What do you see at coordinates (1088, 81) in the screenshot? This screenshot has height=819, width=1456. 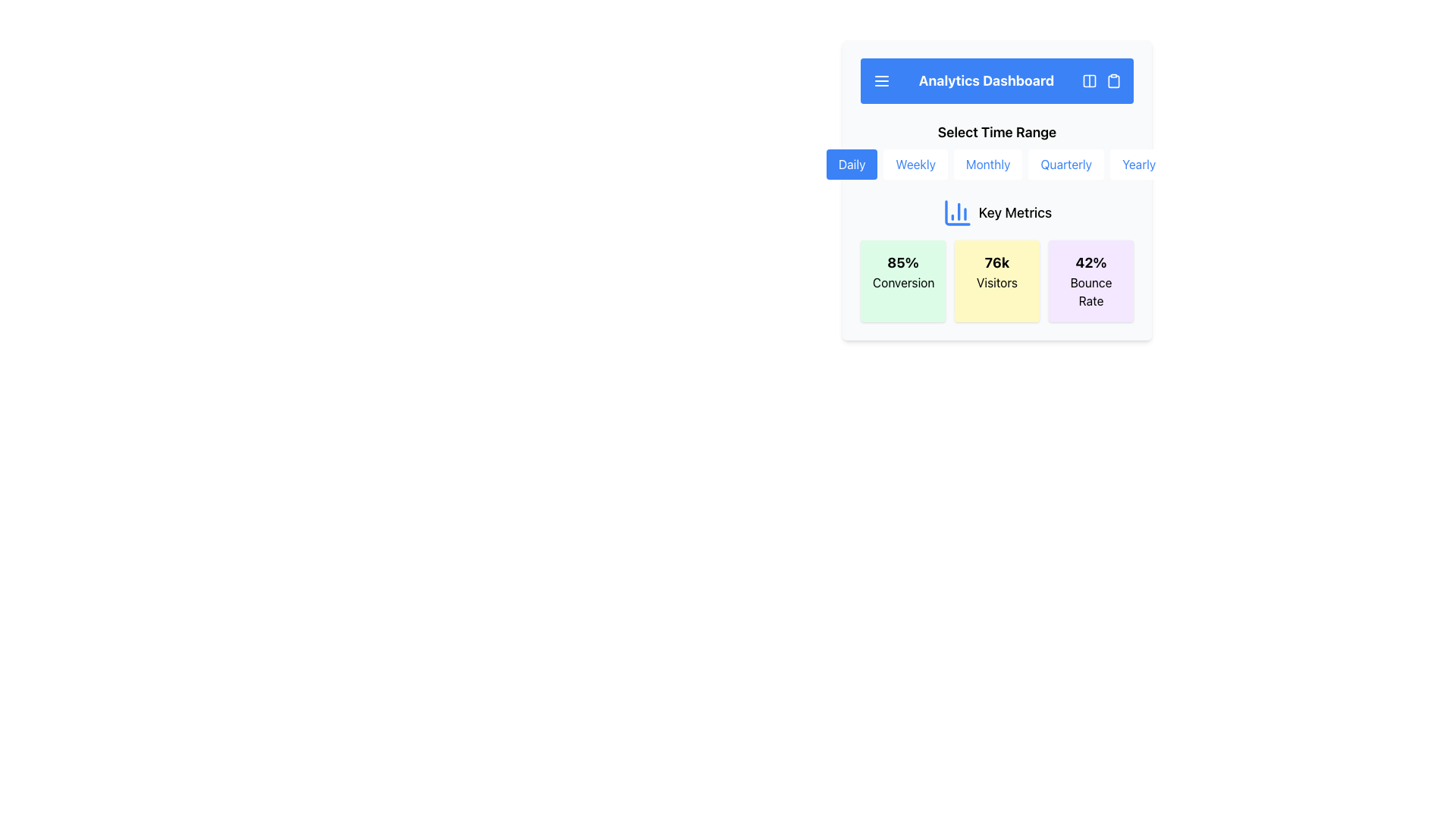 I see `the graphical icon with a minimalist representation of two vertical columns, located in the top right blue bar of the 'Analytics Dashboard'` at bounding box center [1088, 81].